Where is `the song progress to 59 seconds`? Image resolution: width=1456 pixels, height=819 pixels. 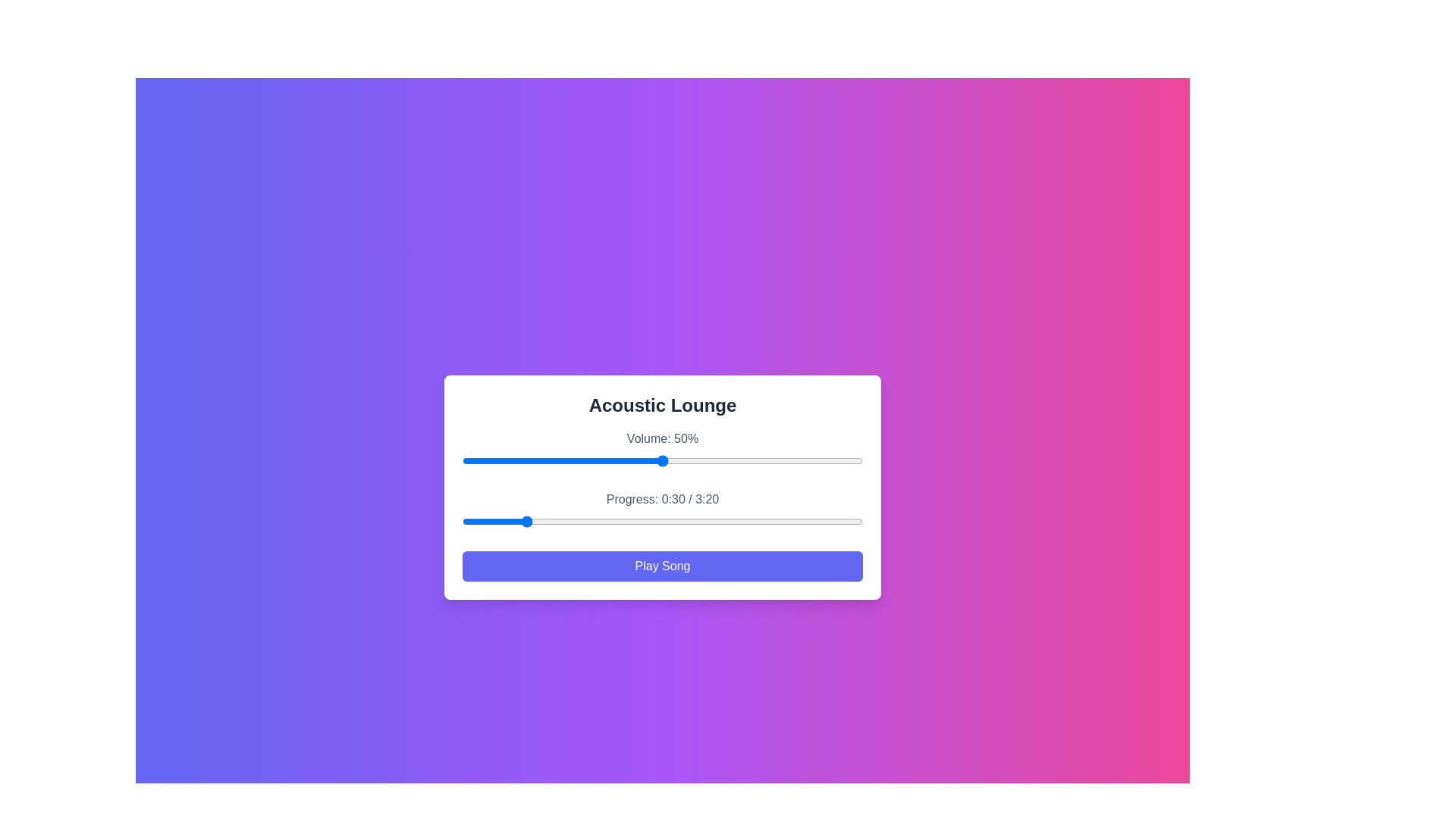 the song progress to 59 seconds is located at coordinates (579, 520).